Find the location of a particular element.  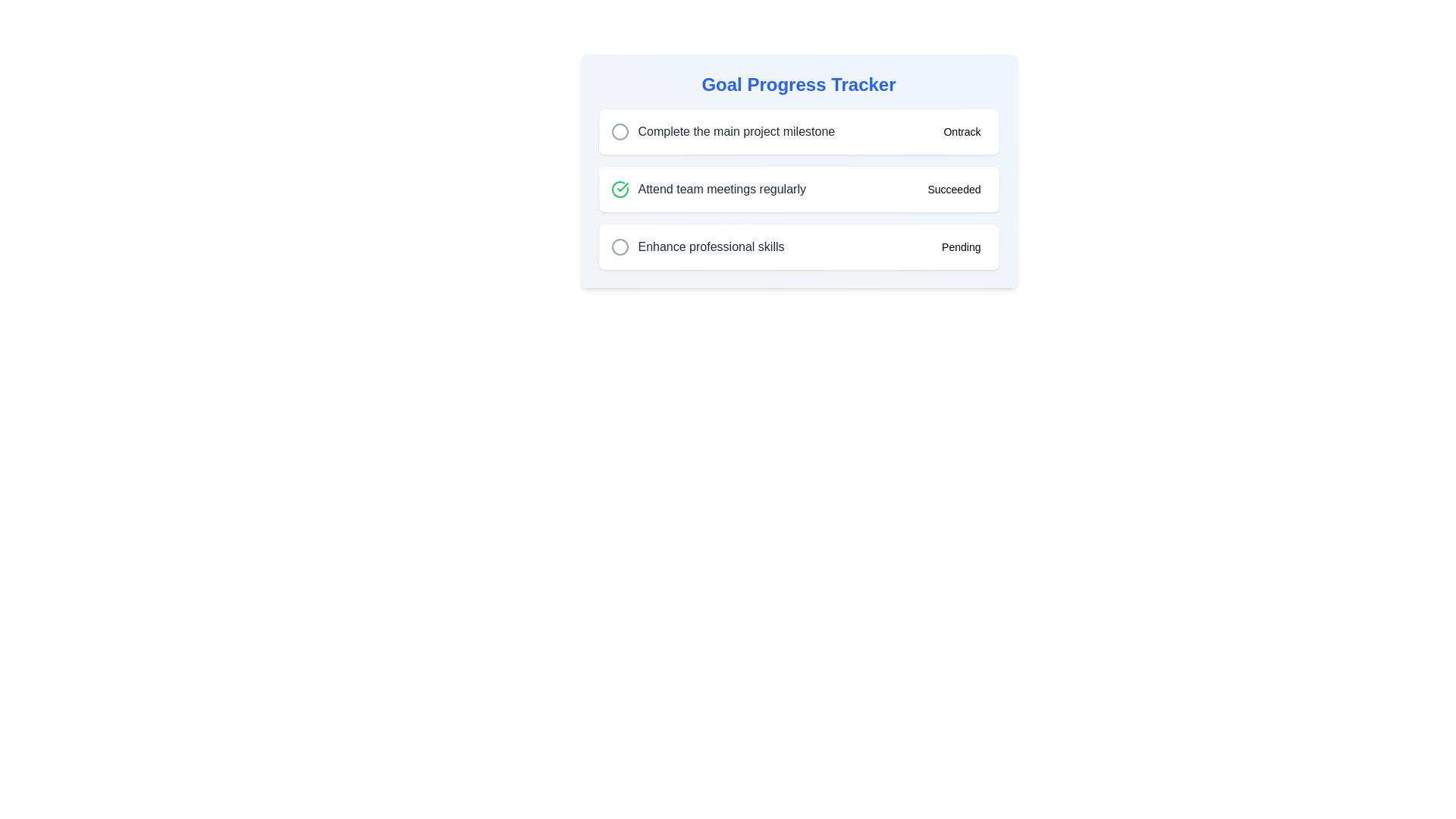

the success indicator icon located to the left of the second list item labeled 'Attend team meetings regularly' is located at coordinates (620, 189).